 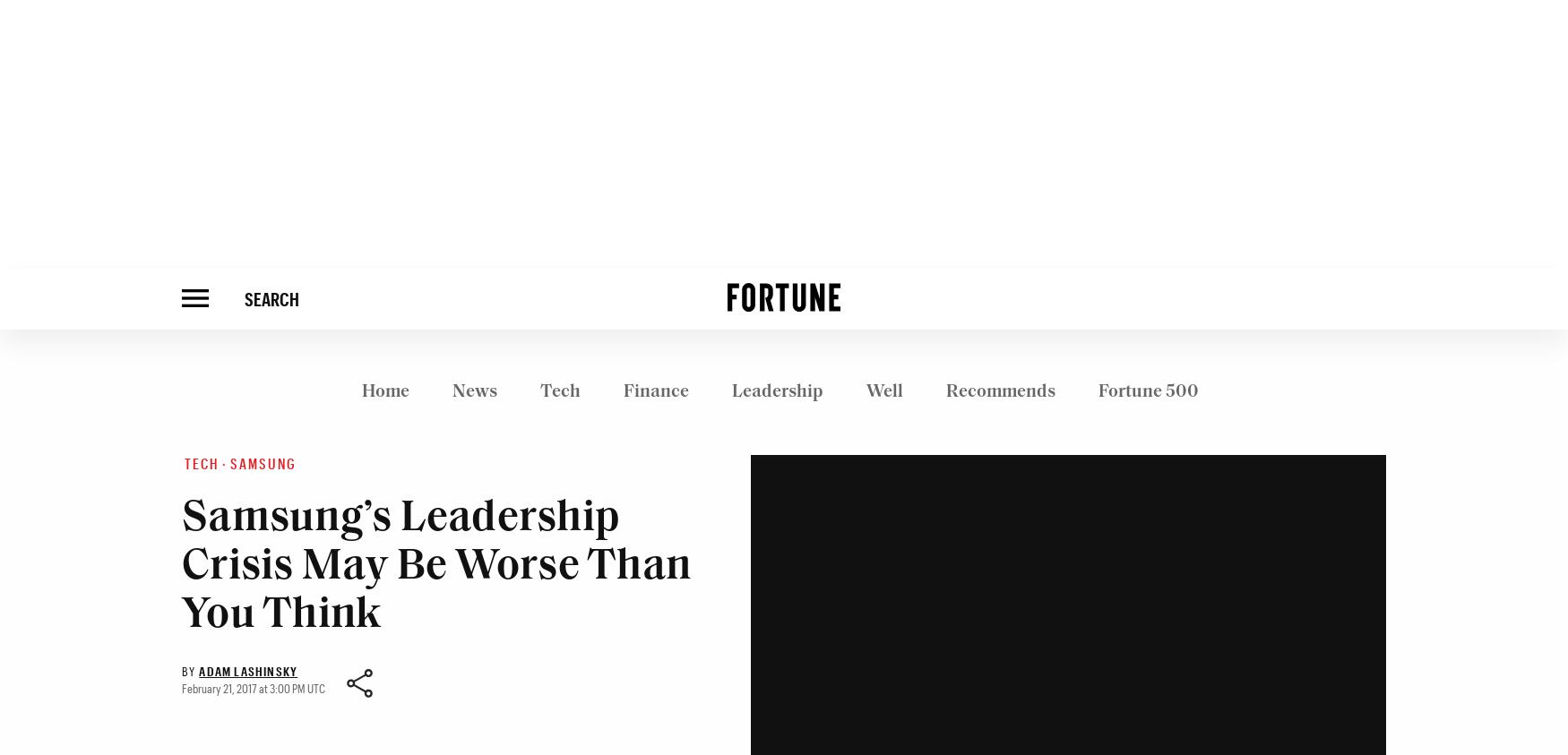 What do you see at coordinates (384, 391) in the screenshot?
I see `'Home'` at bounding box center [384, 391].